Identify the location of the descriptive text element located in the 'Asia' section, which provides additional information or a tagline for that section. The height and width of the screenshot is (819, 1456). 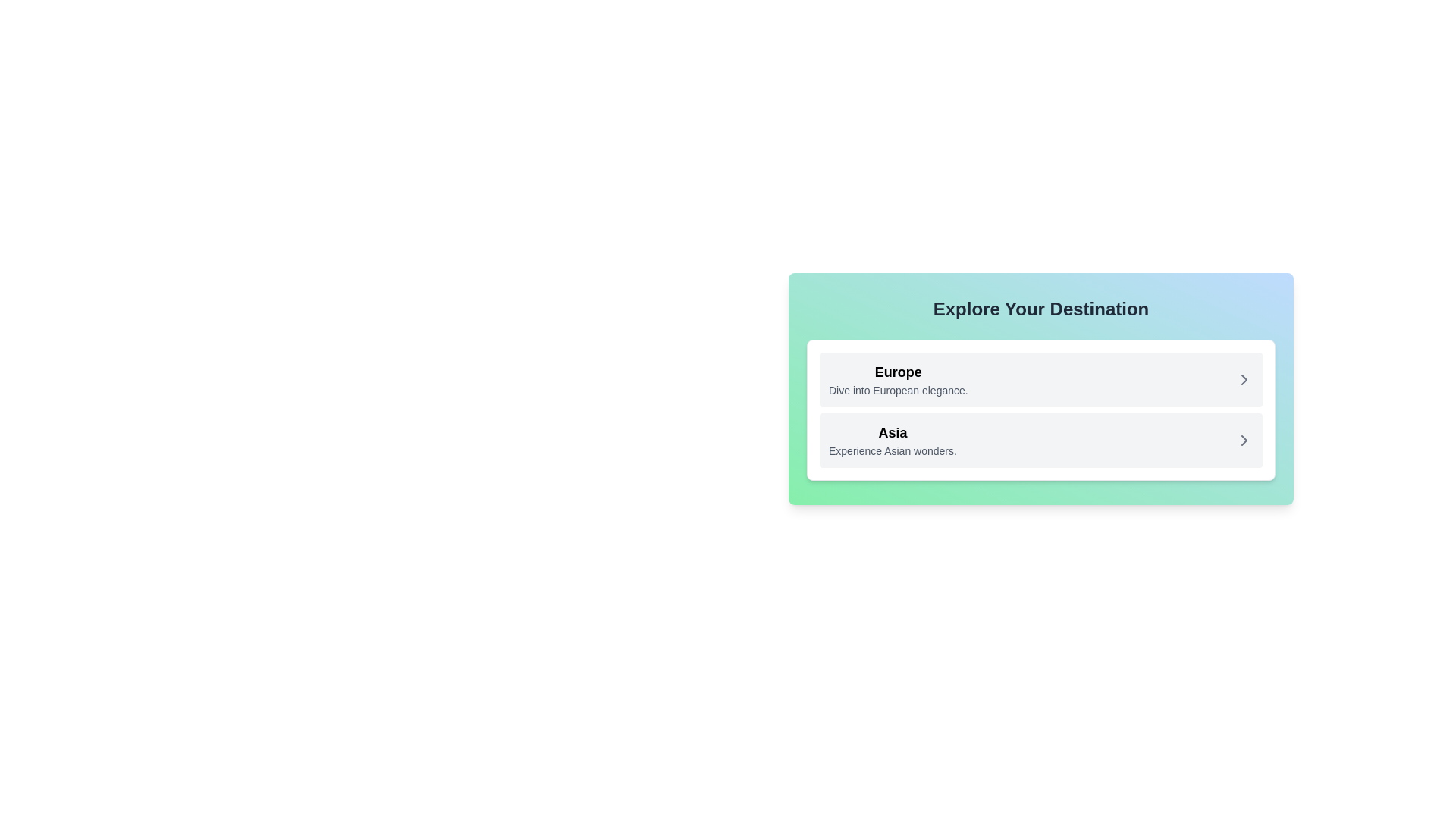
(893, 450).